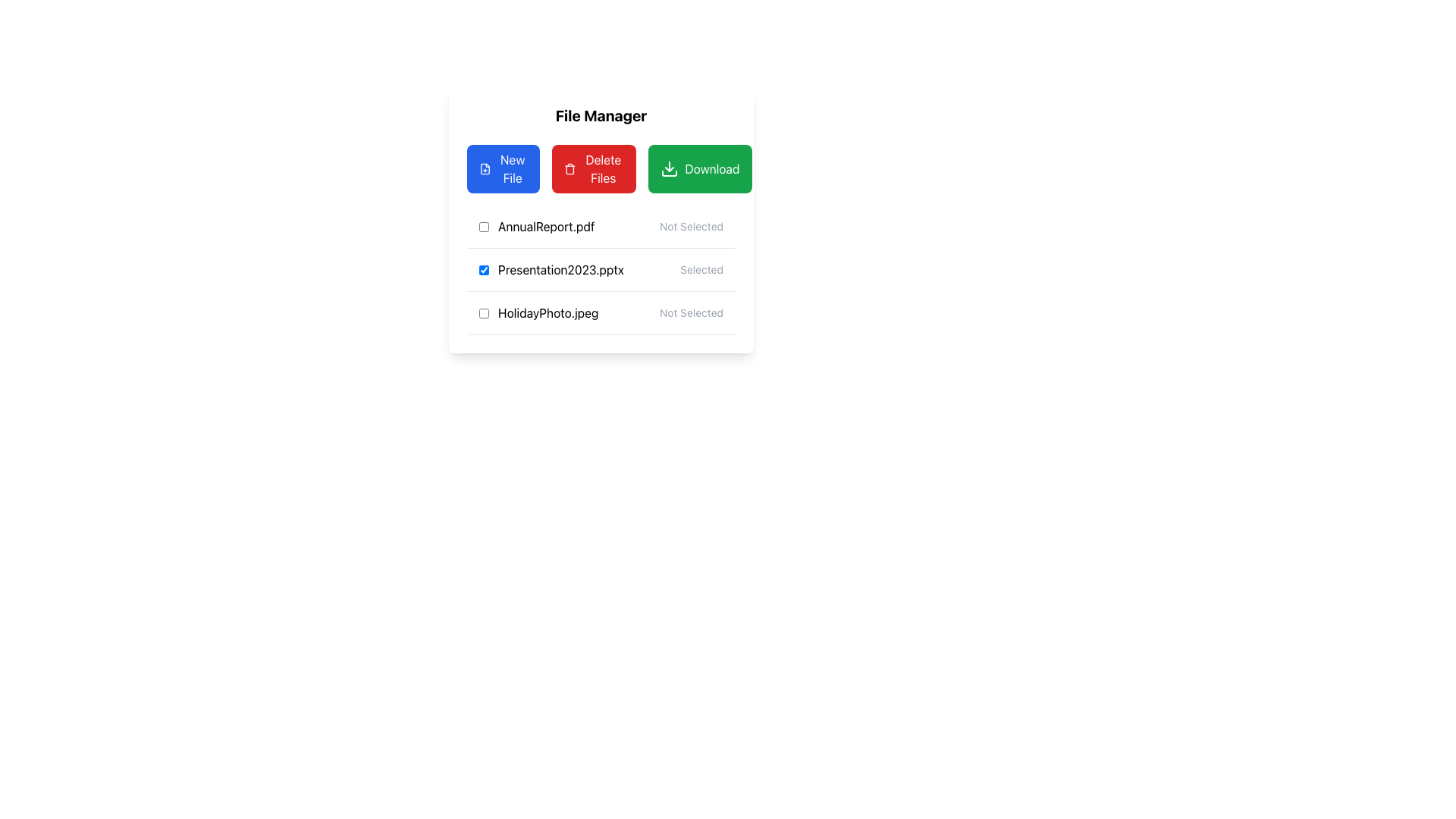 The width and height of the screenshot is (1456, 819). What do you see at coordinates (699, 169) in the screenshot?
I see `keyboard navigation` at bounding box center [699, 169].